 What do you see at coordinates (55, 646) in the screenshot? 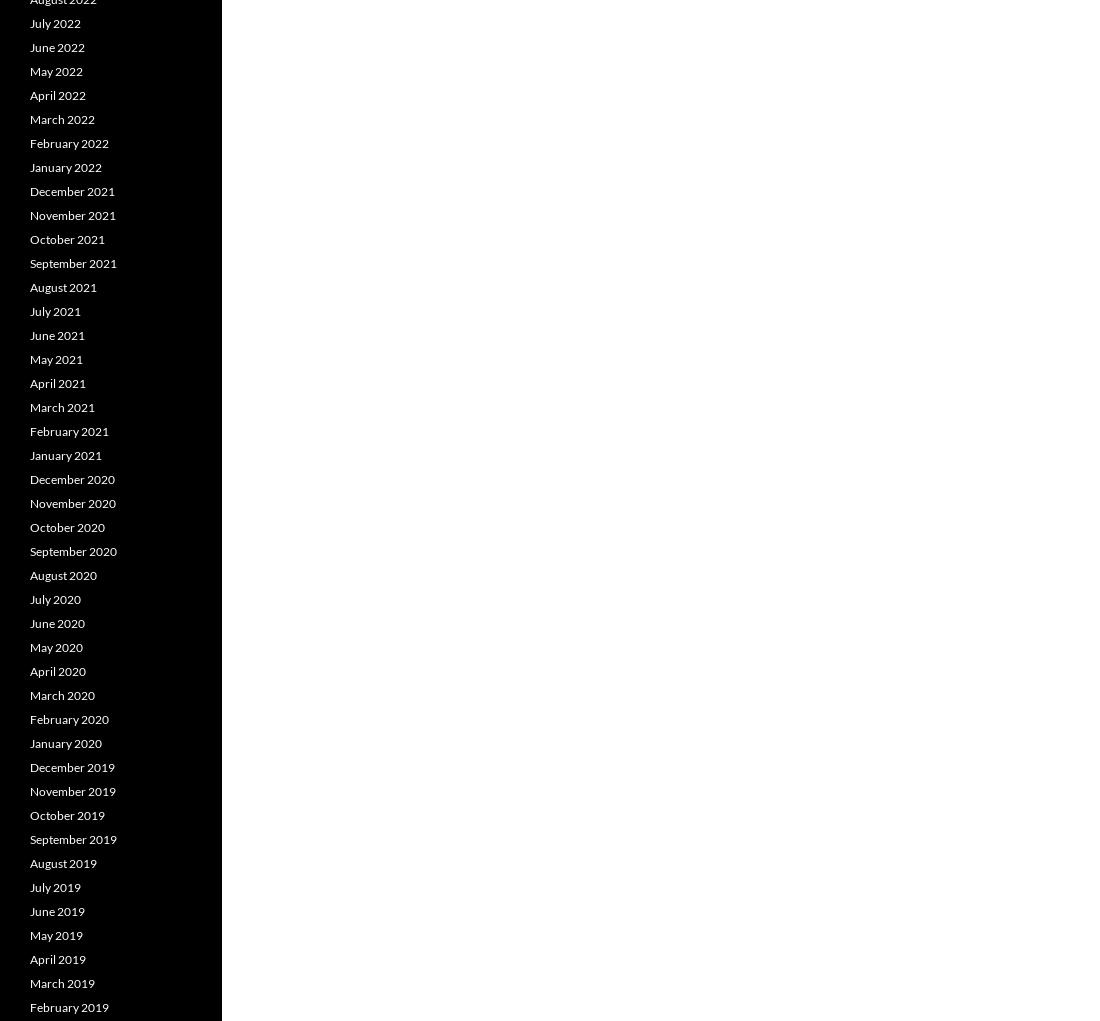
I see `'May 2020'` at bounding box center [55, 646].